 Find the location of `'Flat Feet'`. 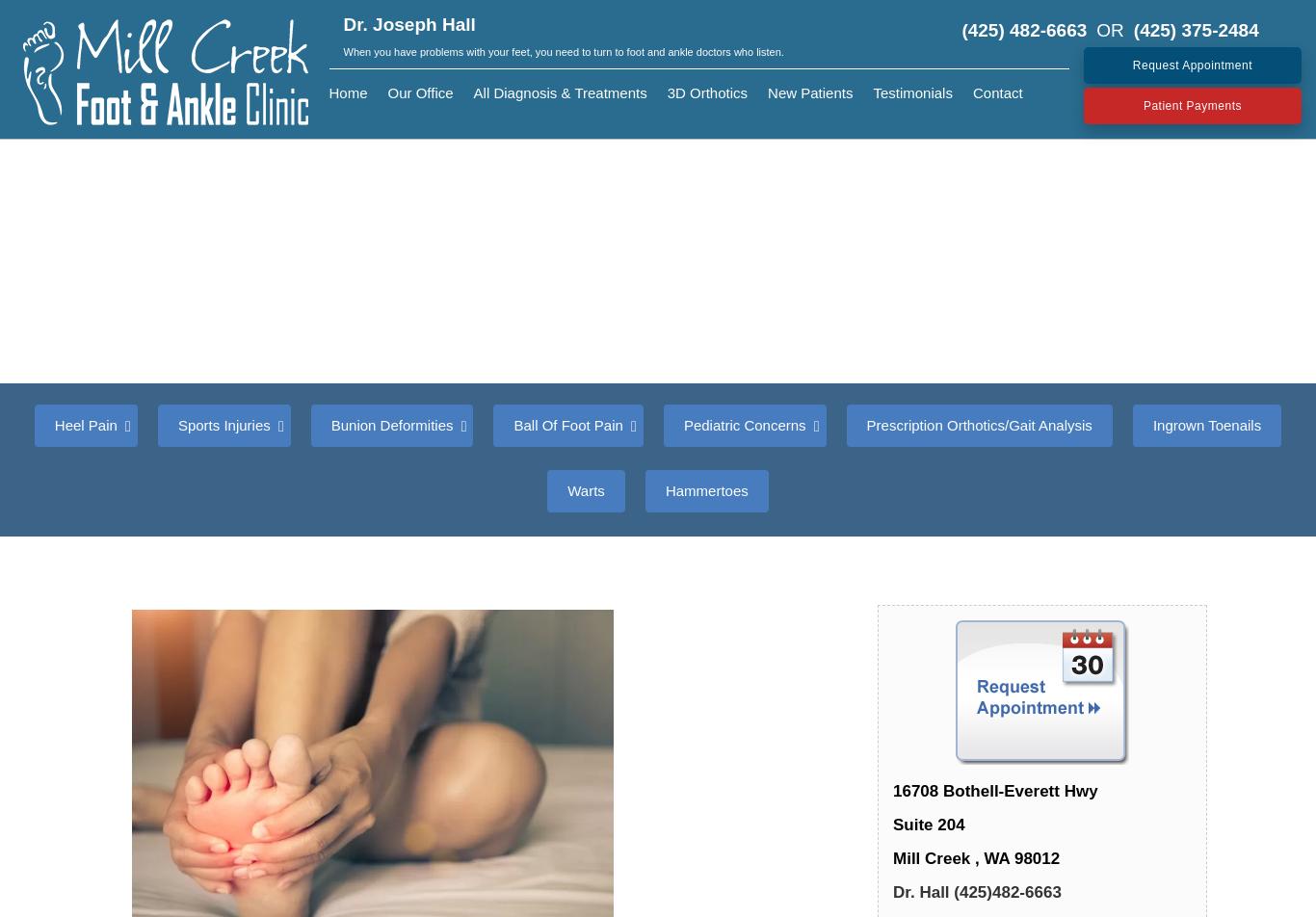

'Flat Feet' is located at coordinates (714, 542).